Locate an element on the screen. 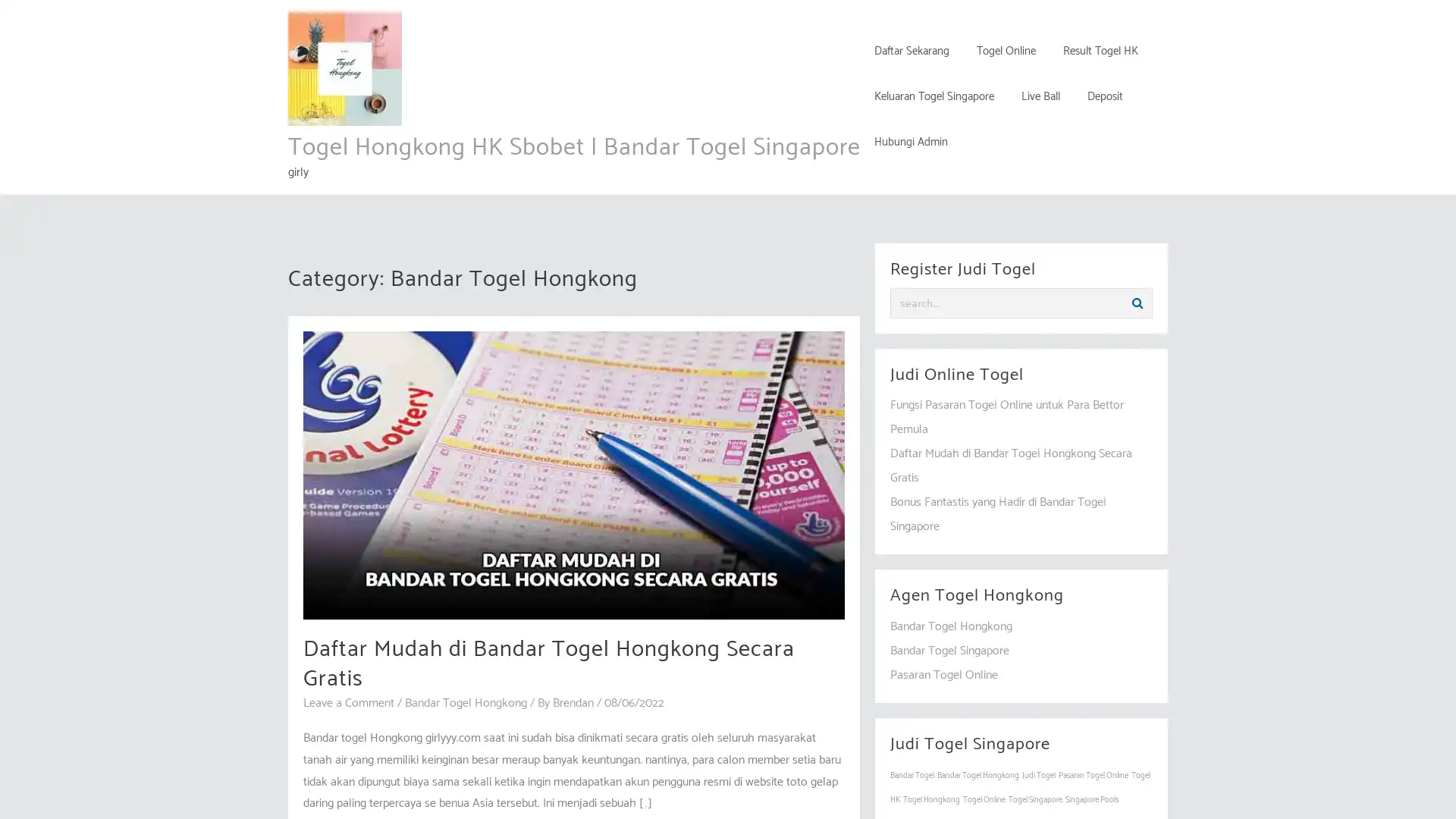 The image size is (1456, 819). Search is located at coordinates (1137, 303).